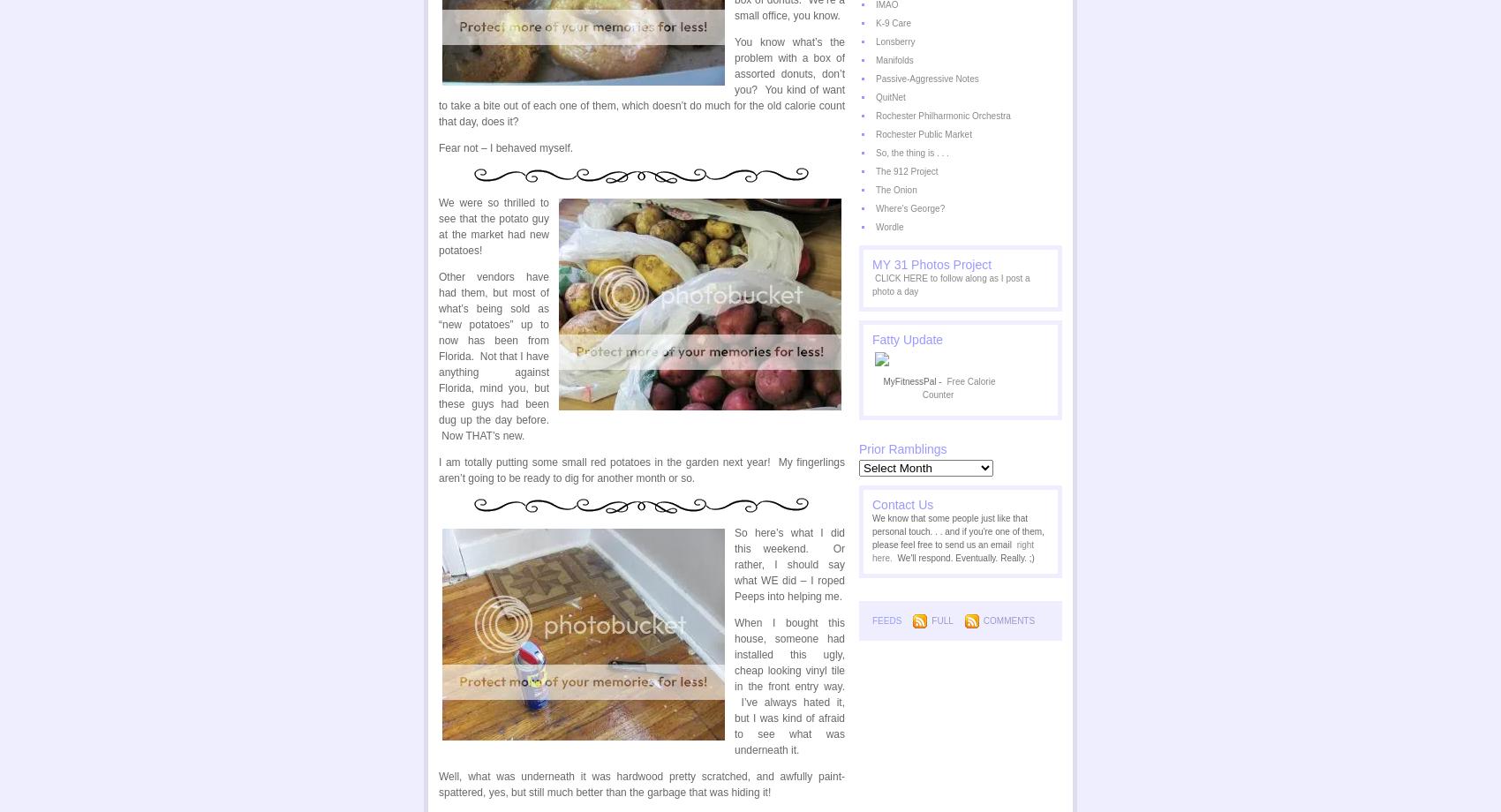  Describe the element at coordinates (874, 227) in the screenshot. I see `'Wordle'` at that location.